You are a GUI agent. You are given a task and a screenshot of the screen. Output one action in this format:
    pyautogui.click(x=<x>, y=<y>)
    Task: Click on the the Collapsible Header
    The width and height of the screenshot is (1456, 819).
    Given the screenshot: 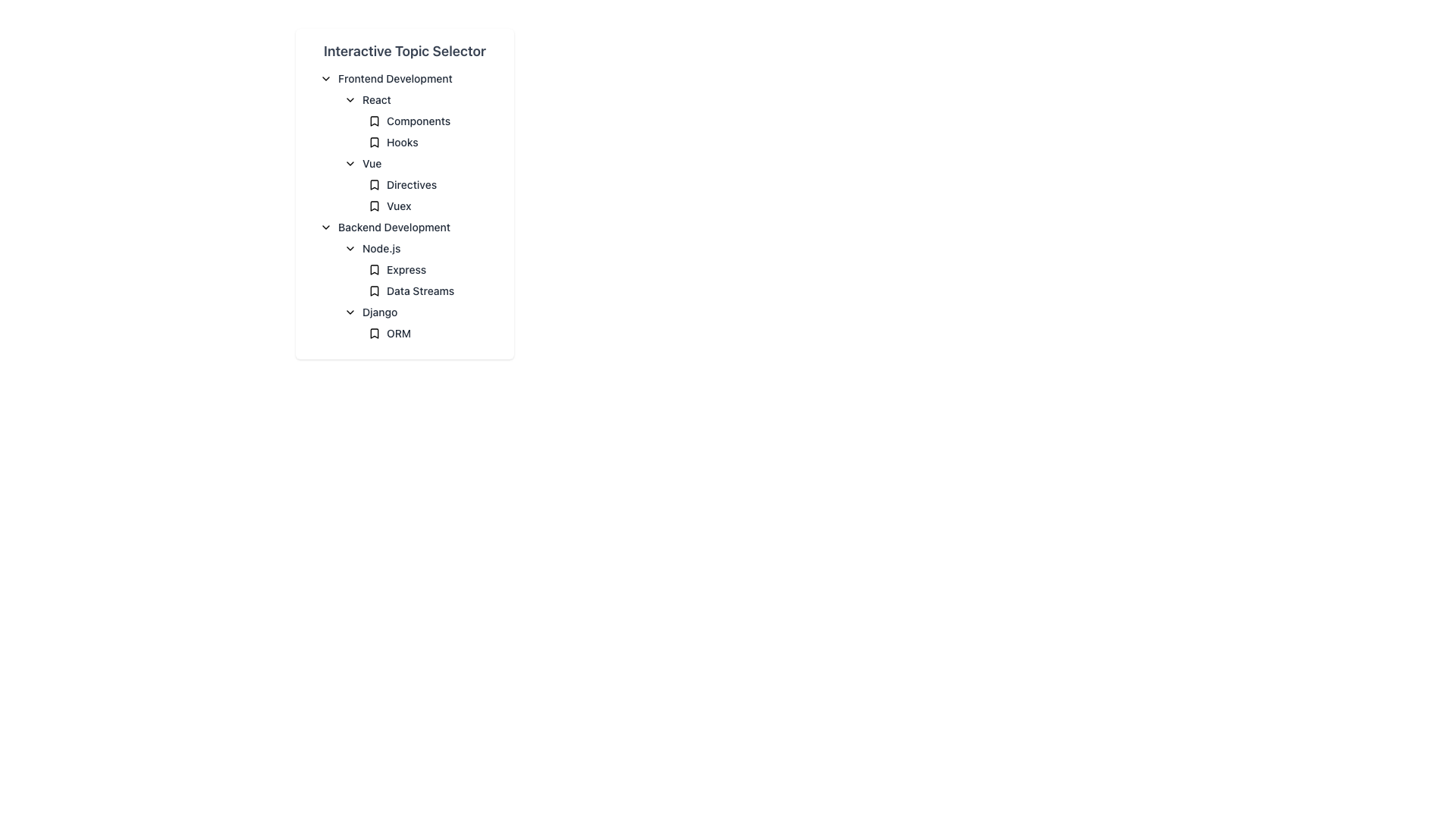 What is the action you would take?
    pyautogui.click(x=411, y=227)
    